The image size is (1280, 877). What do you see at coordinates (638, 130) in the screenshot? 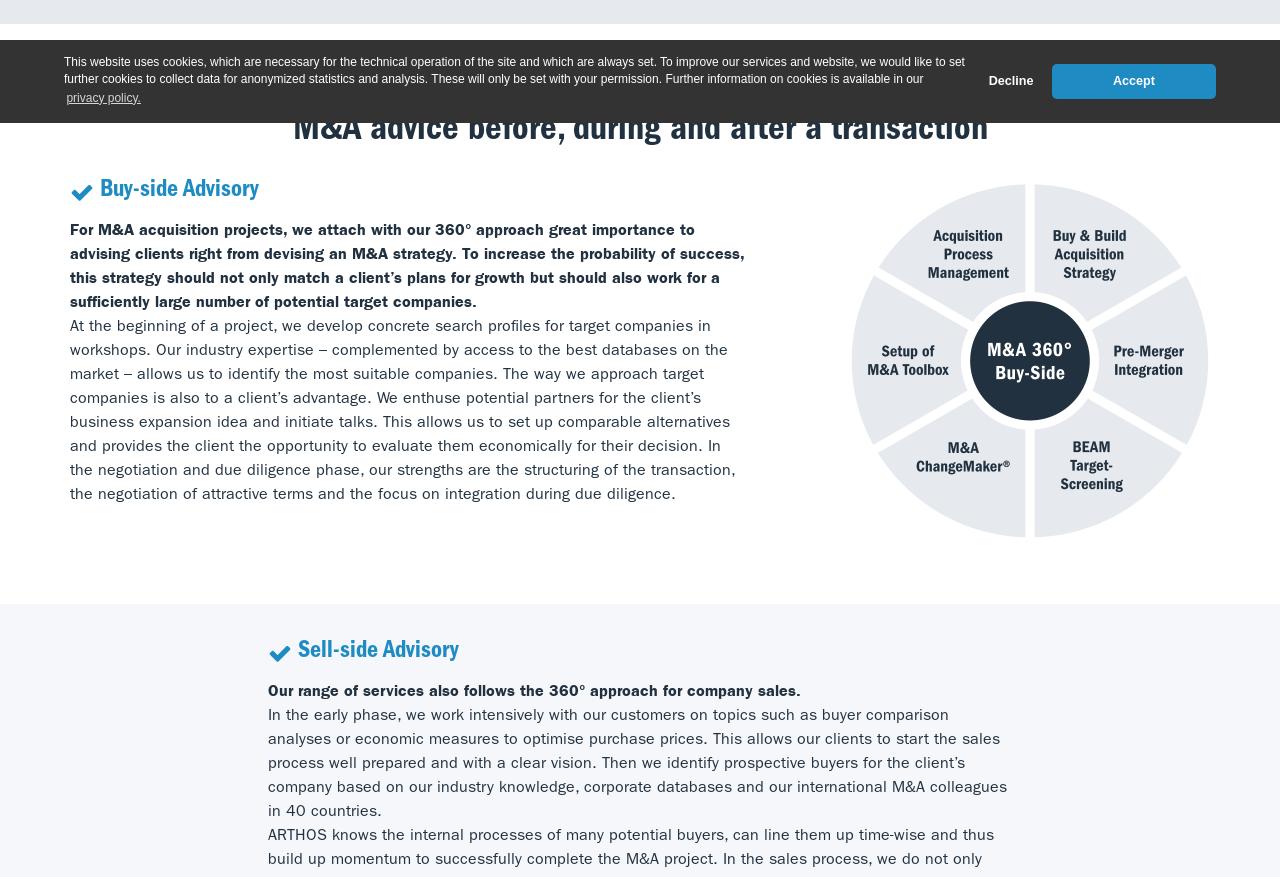
I see `'M&A advice before, during and after a transaction'` at bounding box center [638, 130].